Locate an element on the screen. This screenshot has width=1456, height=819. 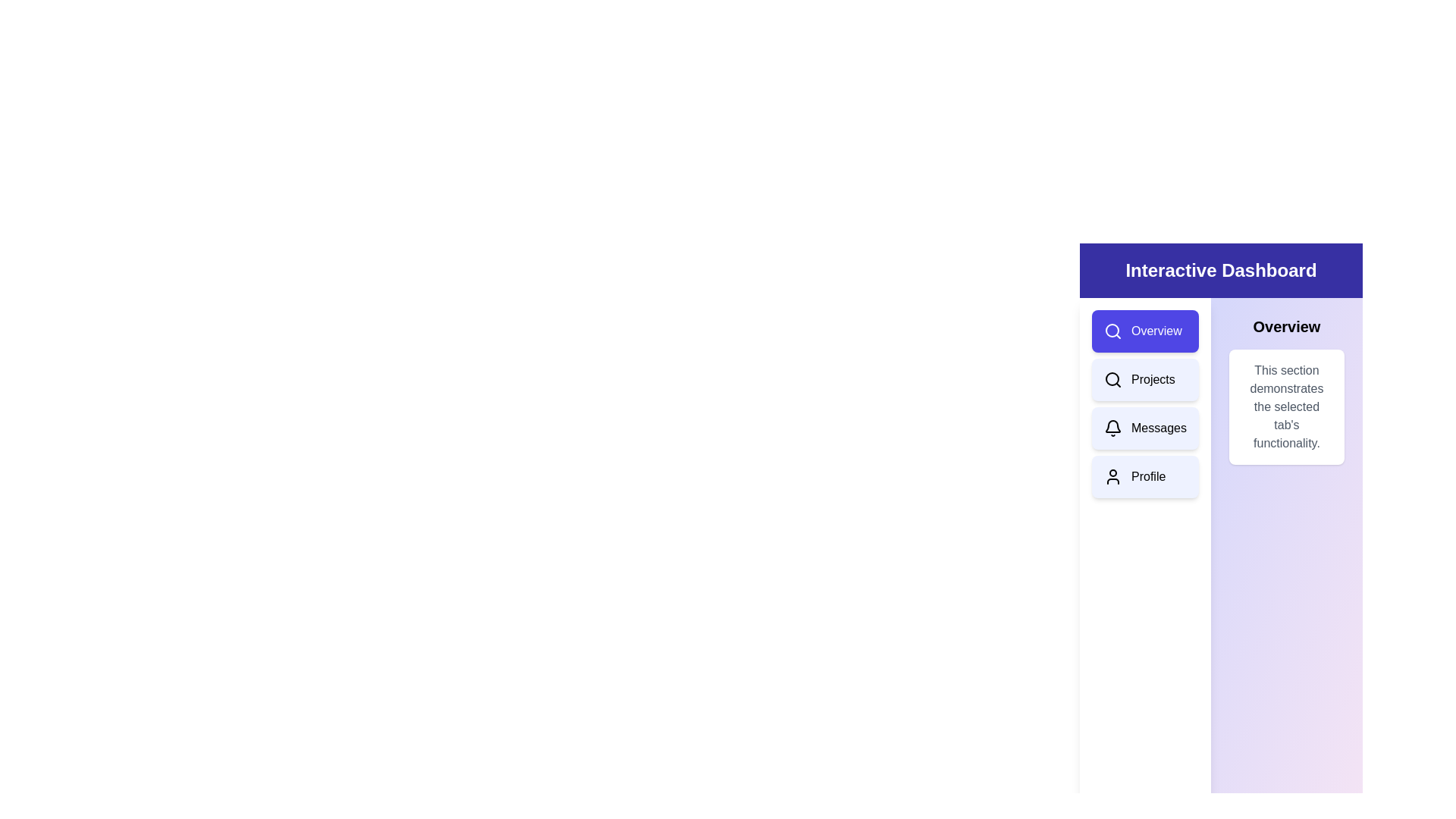
the rectangular button with soft rounded corners, light indigo background, magnifying glass icon, and 'Projects' text is located at coordinates (1145, 379).